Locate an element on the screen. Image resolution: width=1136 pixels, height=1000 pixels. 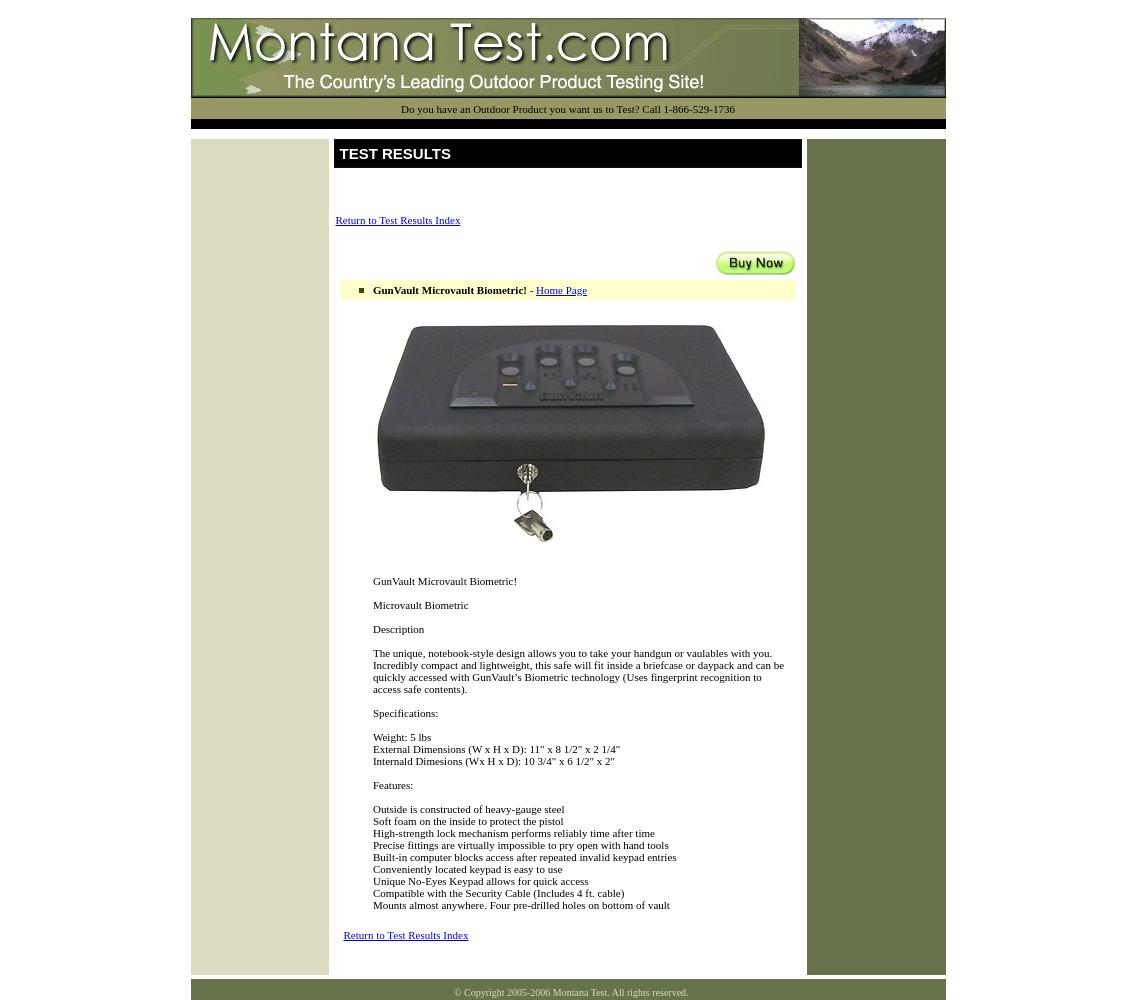
'Home Page' is located at coordinates (534, 290).